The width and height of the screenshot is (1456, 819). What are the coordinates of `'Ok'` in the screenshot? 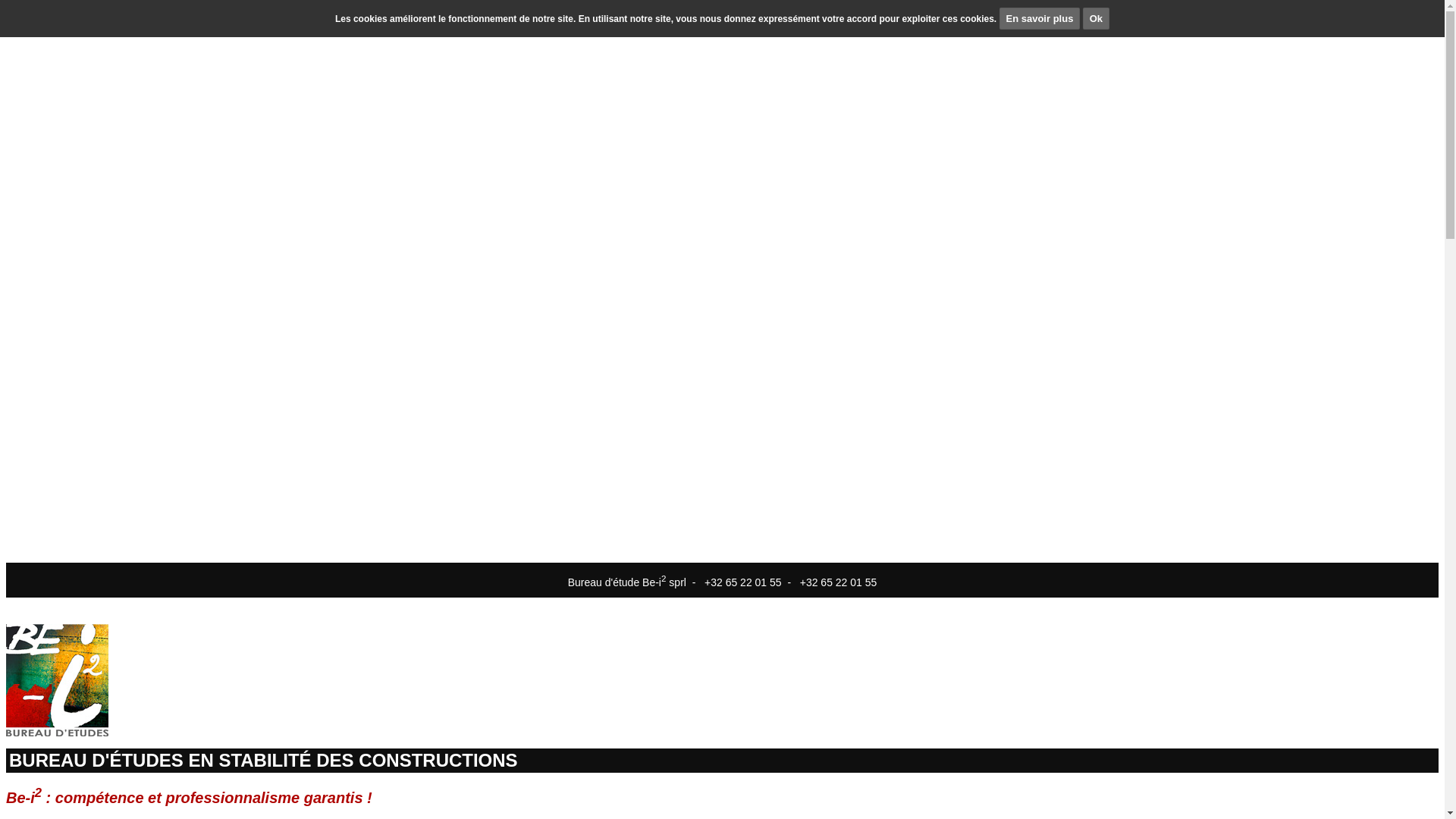 It's located at (1096, 18).